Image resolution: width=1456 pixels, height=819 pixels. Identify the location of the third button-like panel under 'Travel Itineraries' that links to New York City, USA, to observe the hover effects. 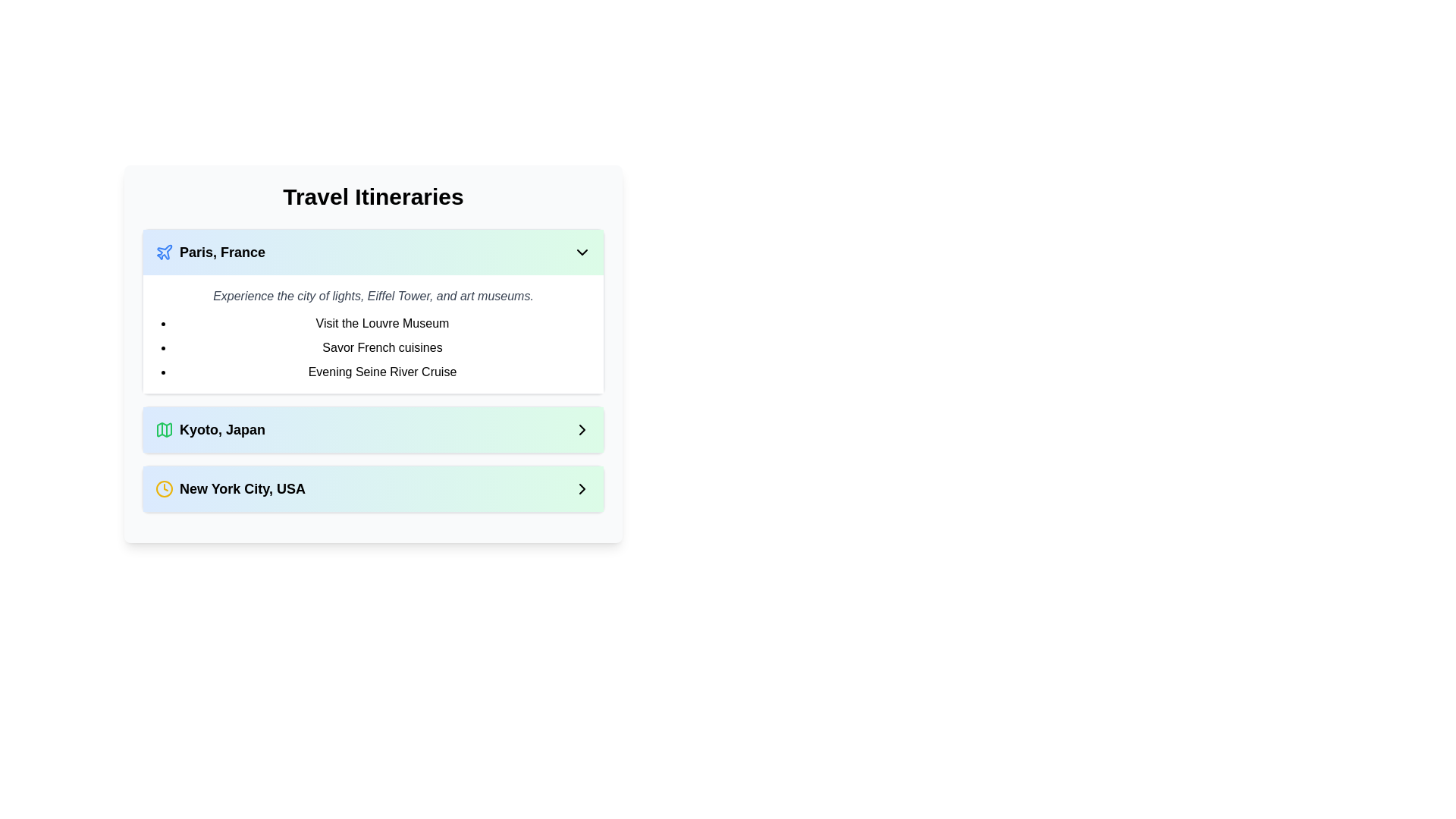
(373, 488).